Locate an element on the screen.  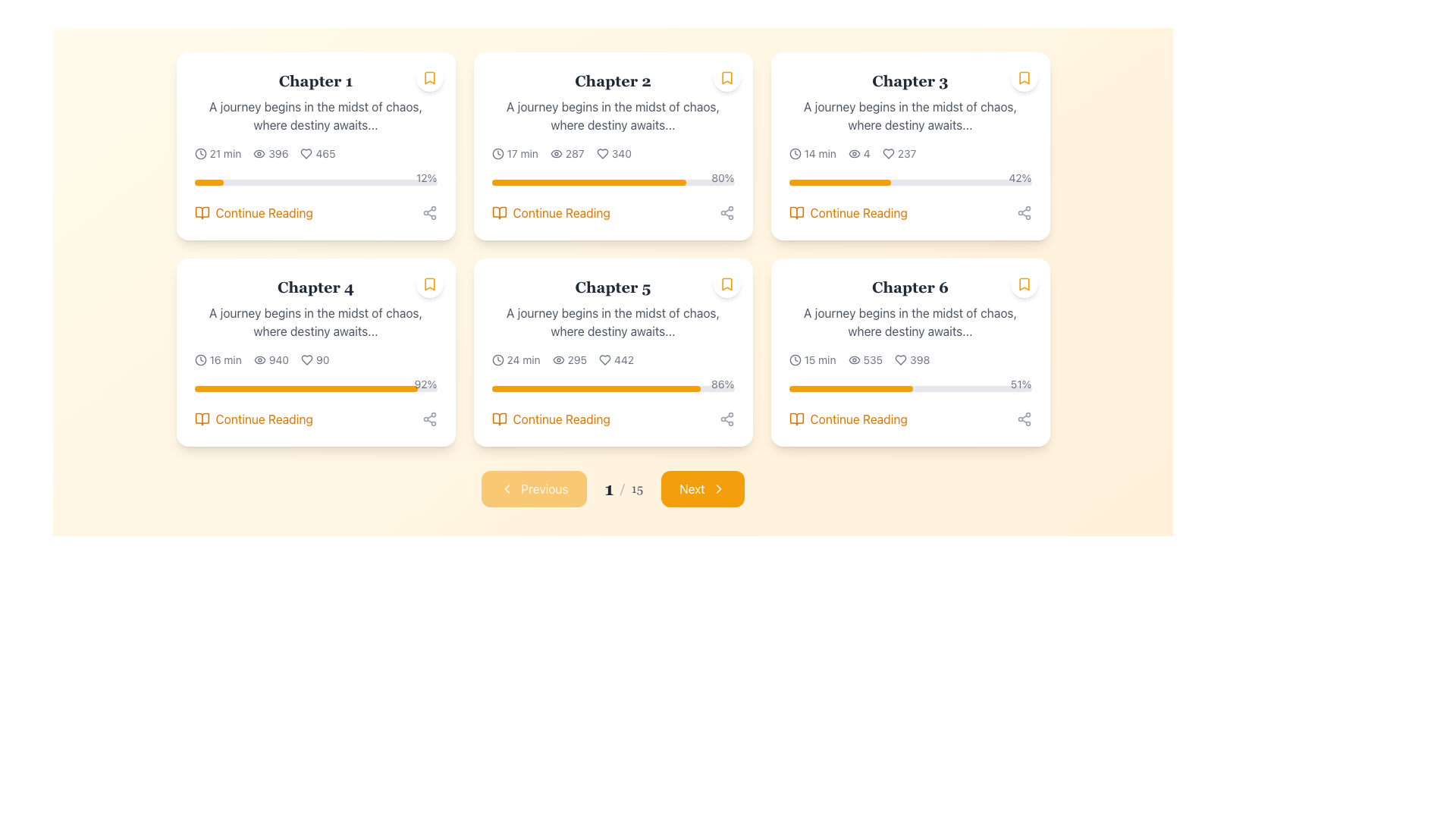
the Label with a clock icon and the text '14 min', located in the top-left section of the third card in the grid layout is located at coordinates (811, 154).